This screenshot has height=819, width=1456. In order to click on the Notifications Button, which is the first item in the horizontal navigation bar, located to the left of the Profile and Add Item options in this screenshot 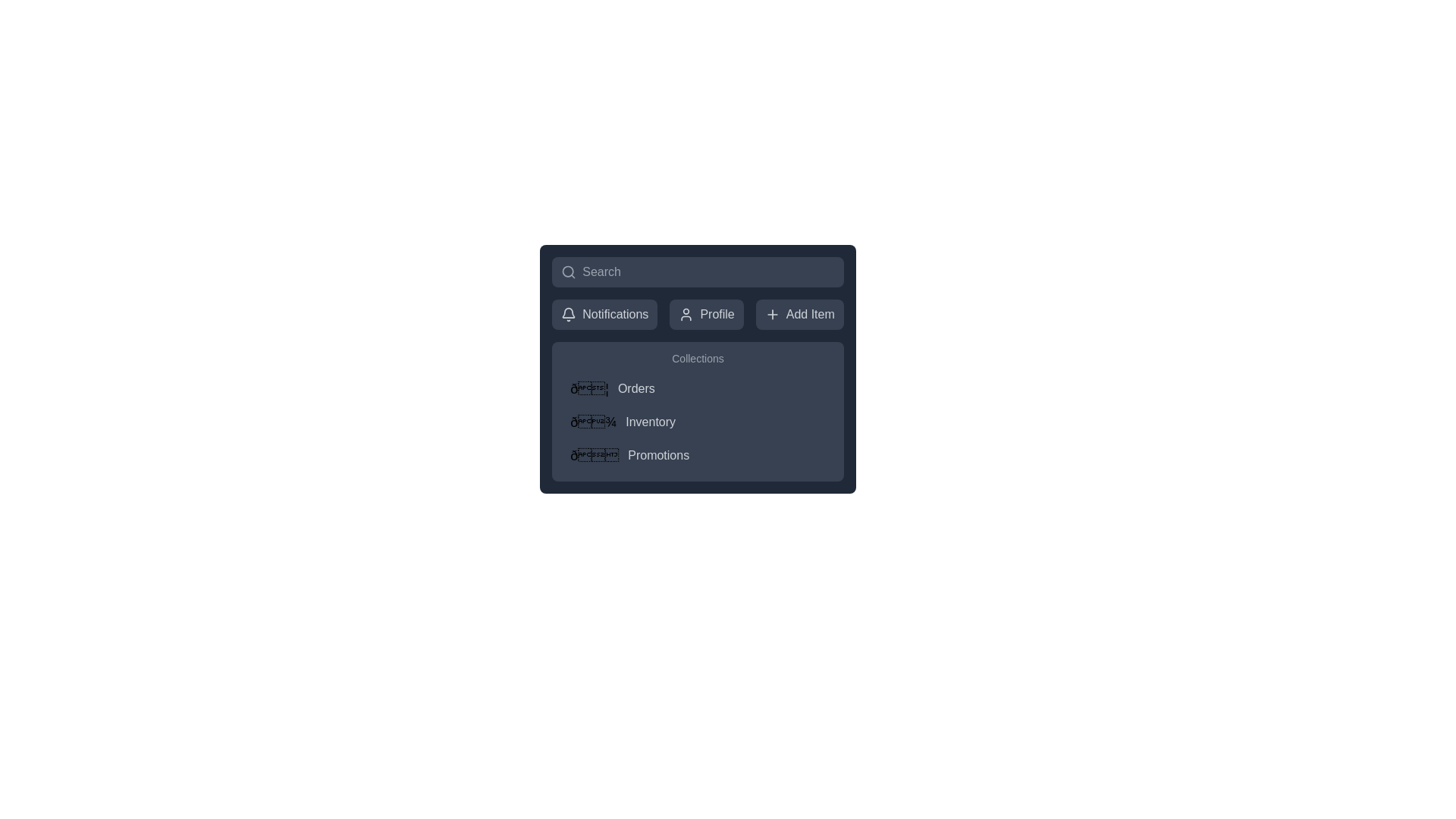, I will do `click(604, 314)`.